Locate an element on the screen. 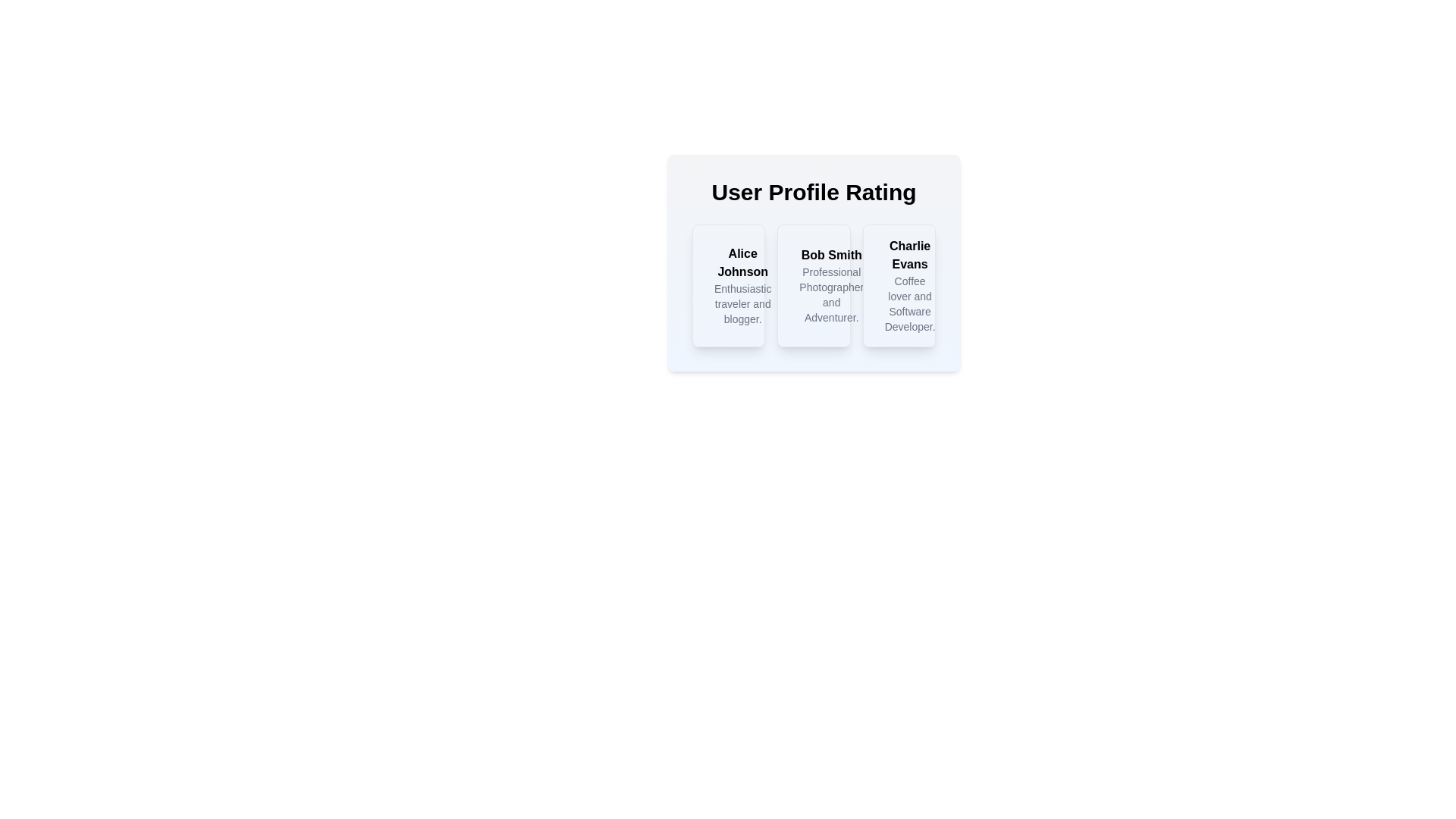  text from the Text Label displaying 'Bob Smith' and 'Professional Photographer and Adventurer.' located in the center column of the layout is located at coordinates (830, 286).